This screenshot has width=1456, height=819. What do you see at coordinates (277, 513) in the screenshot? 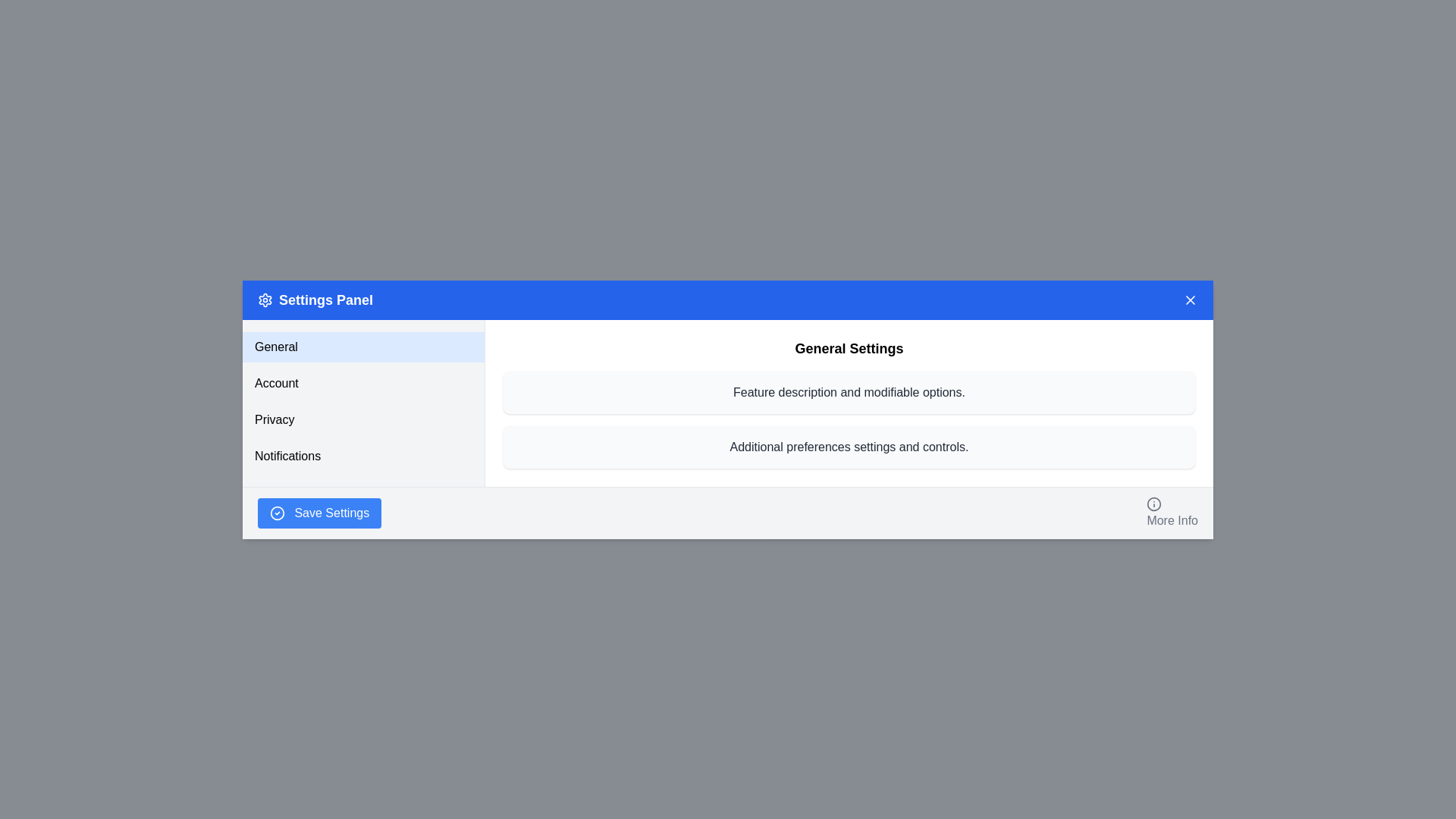
I see `the circular icon with a checkmark inside, which is outlined and has a blue background, located at the left end of the 'Save Settings' button` at bounding box center [277, 513].